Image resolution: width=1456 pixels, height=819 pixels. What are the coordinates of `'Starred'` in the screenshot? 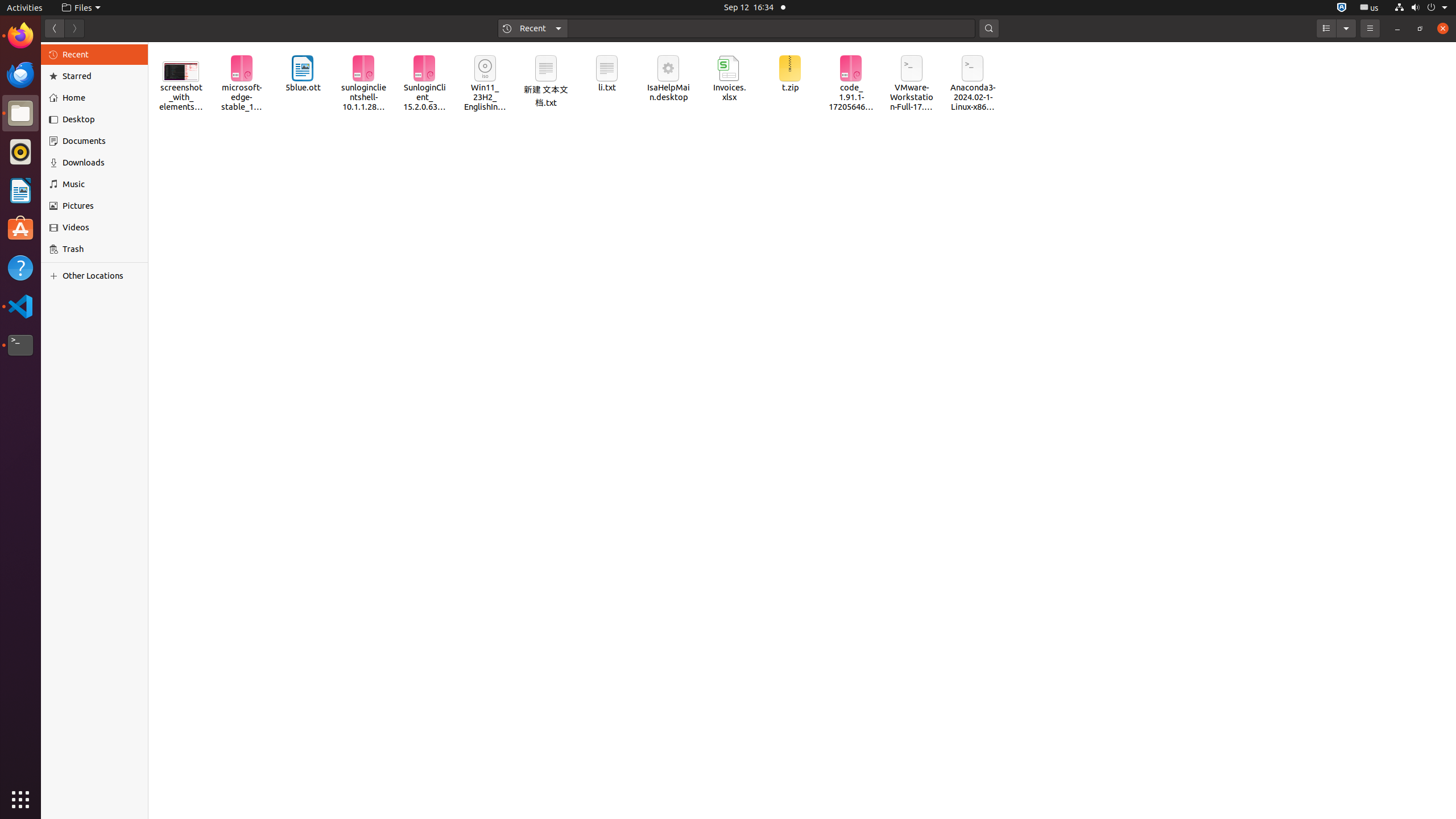 It's located at (100, 76).